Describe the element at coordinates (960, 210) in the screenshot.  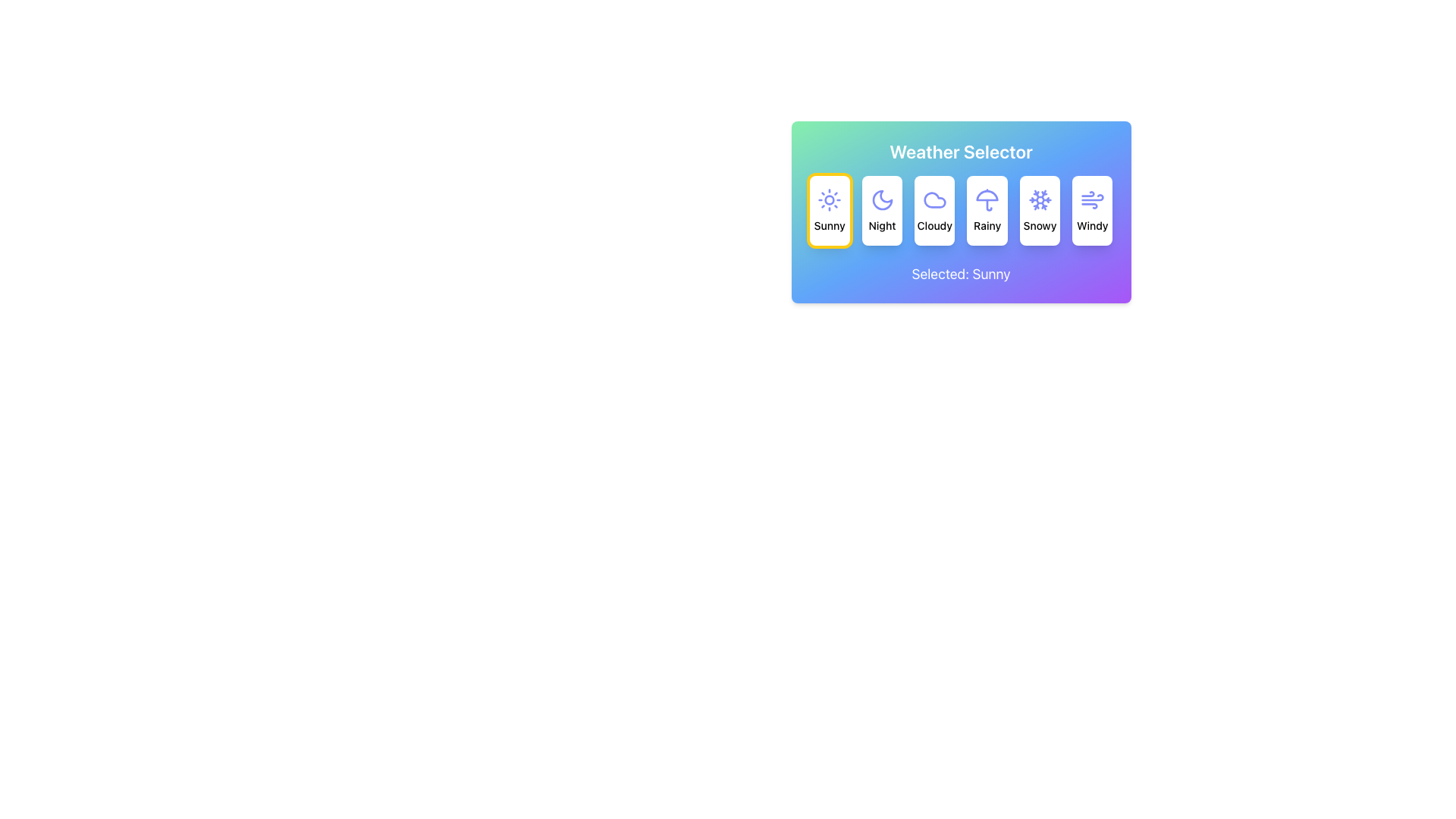
I see `the interactive button for selecting the 'Rainy' weather option` at that location.